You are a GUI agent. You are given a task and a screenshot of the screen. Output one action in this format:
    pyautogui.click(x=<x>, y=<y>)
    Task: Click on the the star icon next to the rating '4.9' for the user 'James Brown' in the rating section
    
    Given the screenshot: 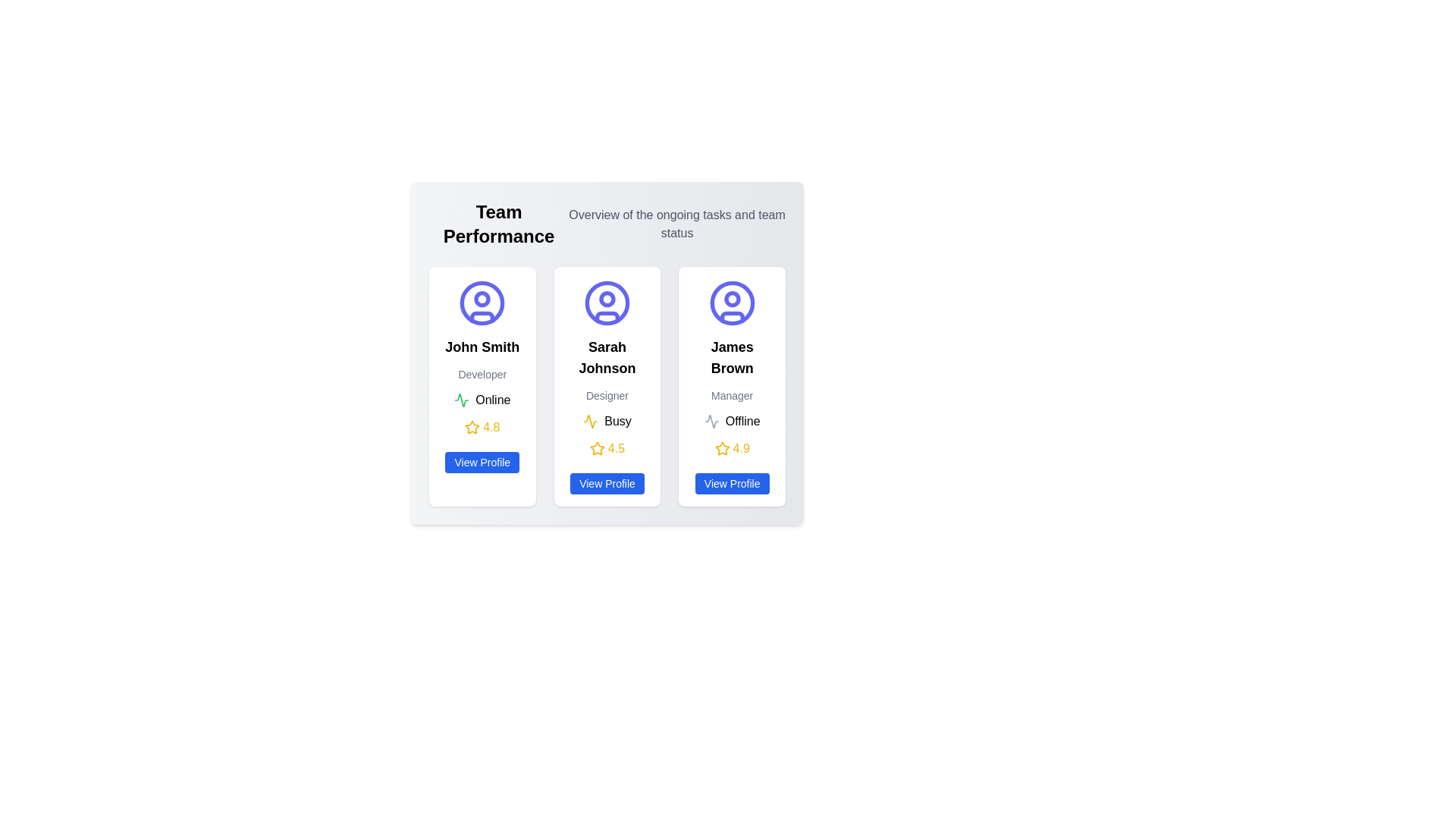 What is the action you would take?
    pyautogui.click(x=721, y=447)
    